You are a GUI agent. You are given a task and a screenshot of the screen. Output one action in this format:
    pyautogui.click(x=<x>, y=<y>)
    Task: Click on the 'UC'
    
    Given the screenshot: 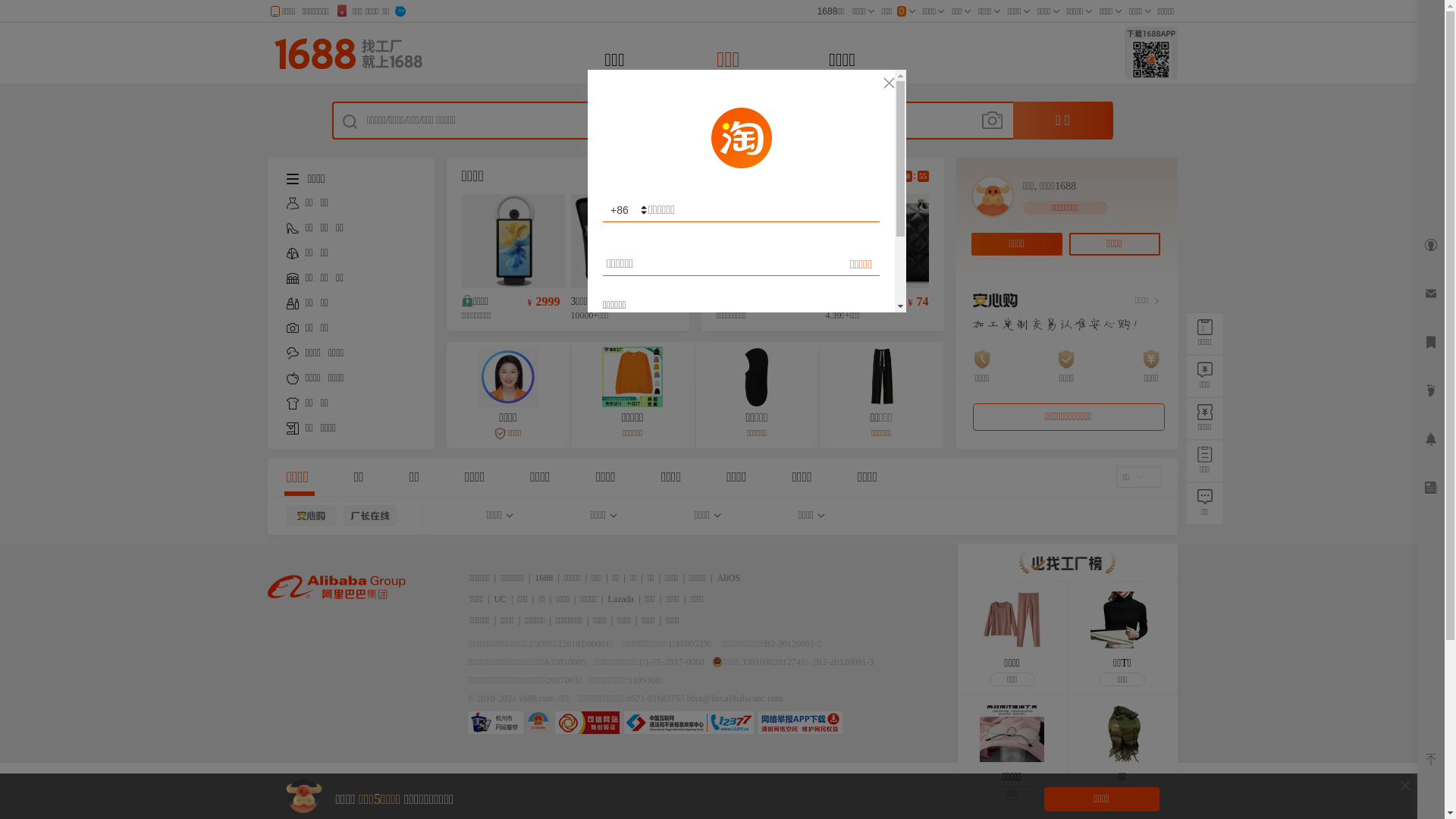 What is the action you would take?
    pyautogui.click(x=500, y=598)
    